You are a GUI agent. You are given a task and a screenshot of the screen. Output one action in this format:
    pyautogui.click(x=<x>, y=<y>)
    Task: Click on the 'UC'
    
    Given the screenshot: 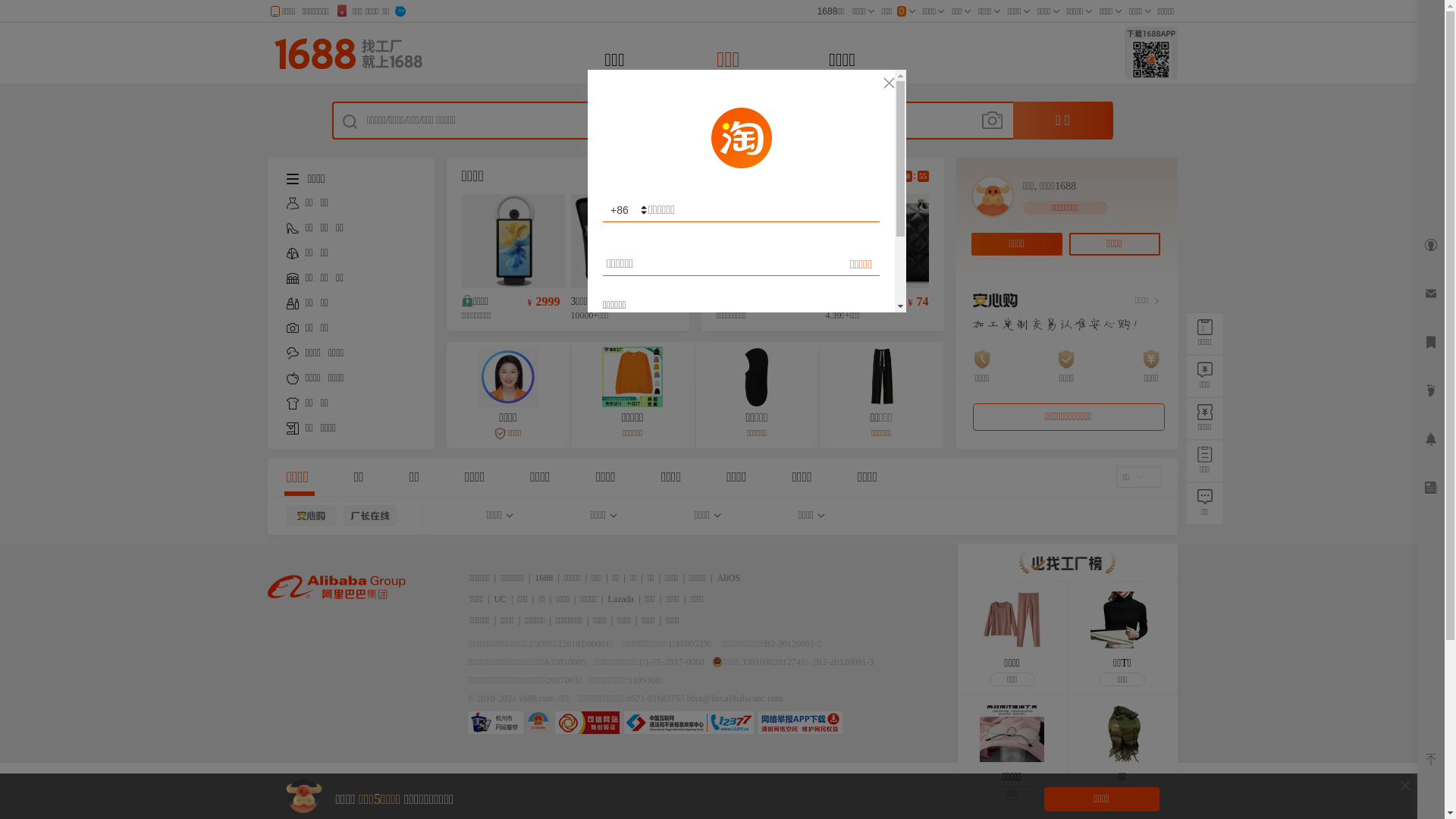 What is the action you would take?
    pyautogui.click(x=500, y=598)
    